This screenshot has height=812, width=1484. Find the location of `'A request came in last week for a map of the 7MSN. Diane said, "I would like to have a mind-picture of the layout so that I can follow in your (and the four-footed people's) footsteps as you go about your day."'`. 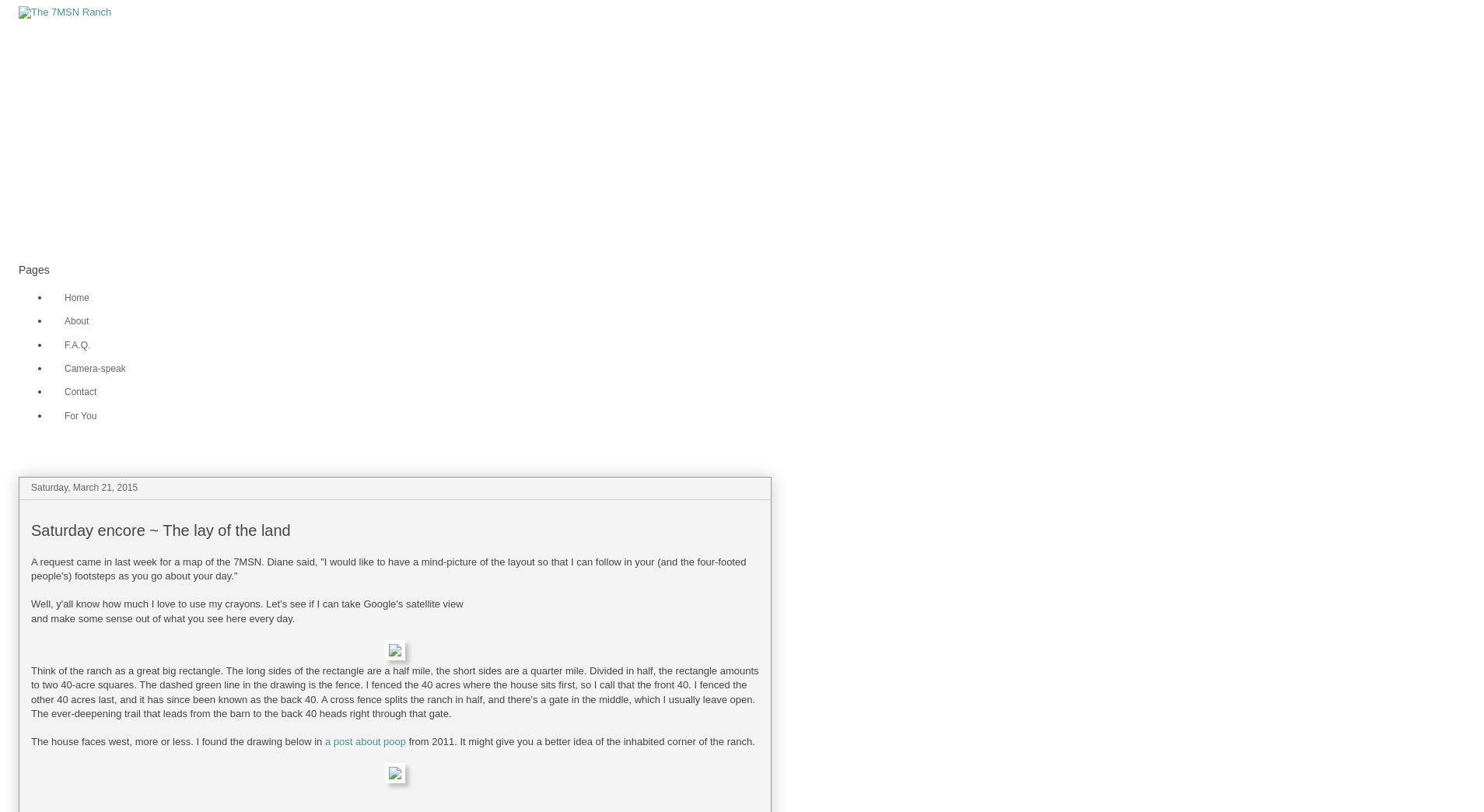

'A request came in last week for a map of the 7MSN. Diane said, "I would like to have a mind-picture of the layout so that I can follow in your (and the four-footed people's) footsteps as you go about your day."' is located at coordinates (387, 569).